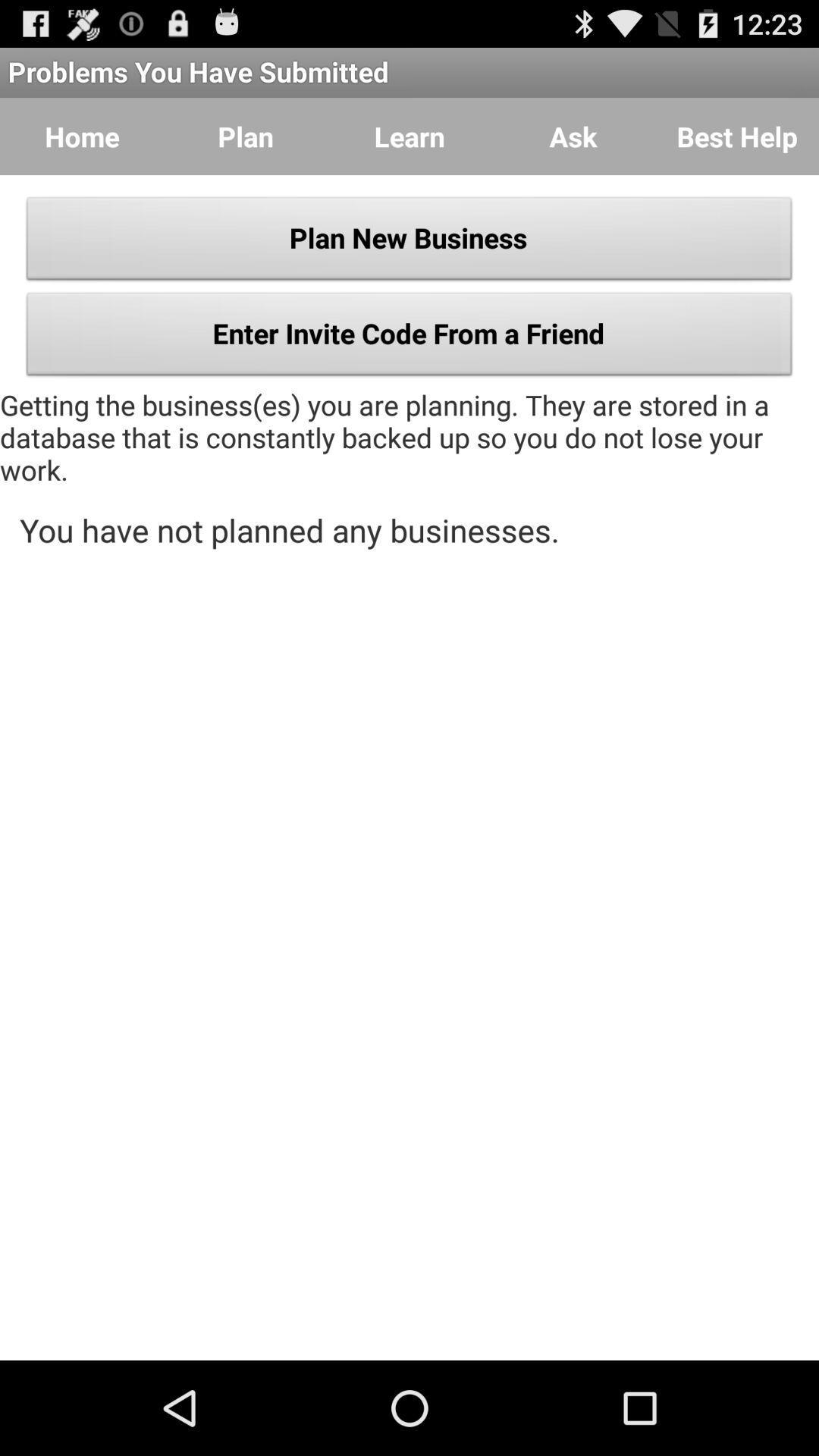 This screenshot has width=819, height=1456. What do you see at coordinates (736, 136) in the screenshot?
I see `the item below the problems you have item` at bounding box center [736, 136].